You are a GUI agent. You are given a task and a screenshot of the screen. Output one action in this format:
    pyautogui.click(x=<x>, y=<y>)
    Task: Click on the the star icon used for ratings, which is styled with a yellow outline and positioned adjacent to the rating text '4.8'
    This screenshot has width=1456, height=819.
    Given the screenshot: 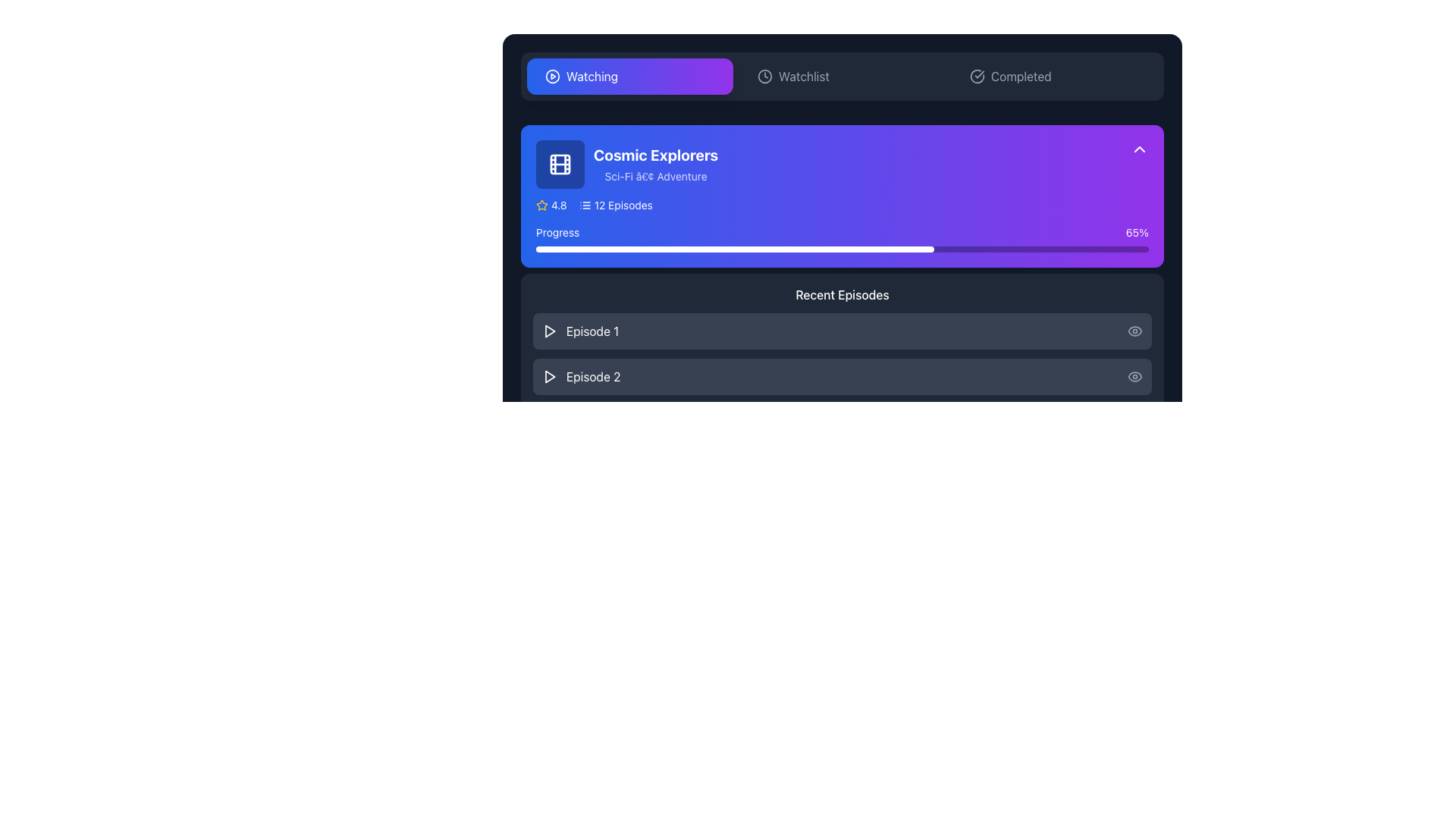 What is the action you would take?
    pyautogui.click(x=542, y=205)
    